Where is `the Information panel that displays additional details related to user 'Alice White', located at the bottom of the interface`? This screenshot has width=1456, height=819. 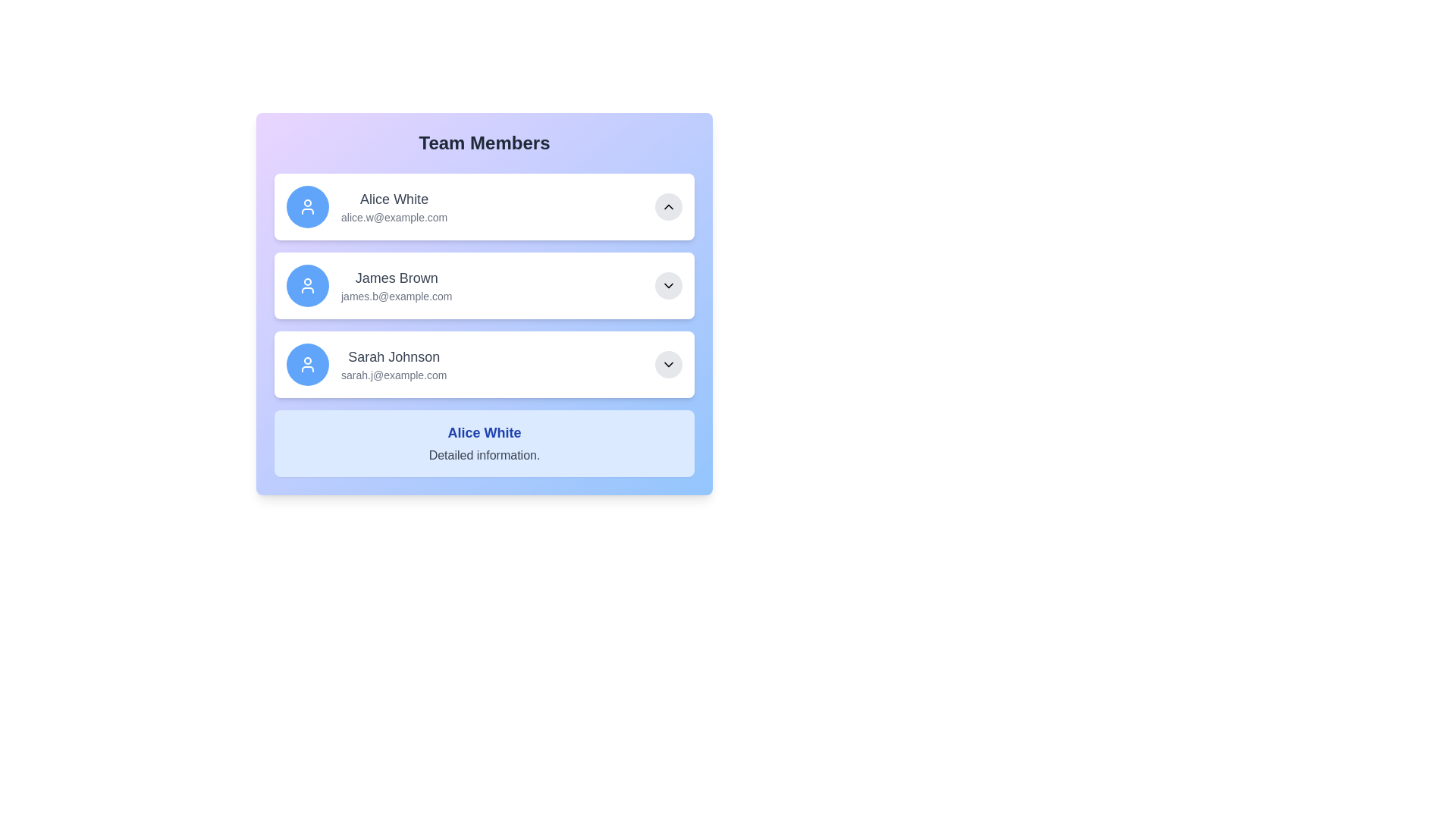
the Information panel that displays additional details related to user 'Alice White', located at the bottom of the interface is located at coordinates (483, 444).